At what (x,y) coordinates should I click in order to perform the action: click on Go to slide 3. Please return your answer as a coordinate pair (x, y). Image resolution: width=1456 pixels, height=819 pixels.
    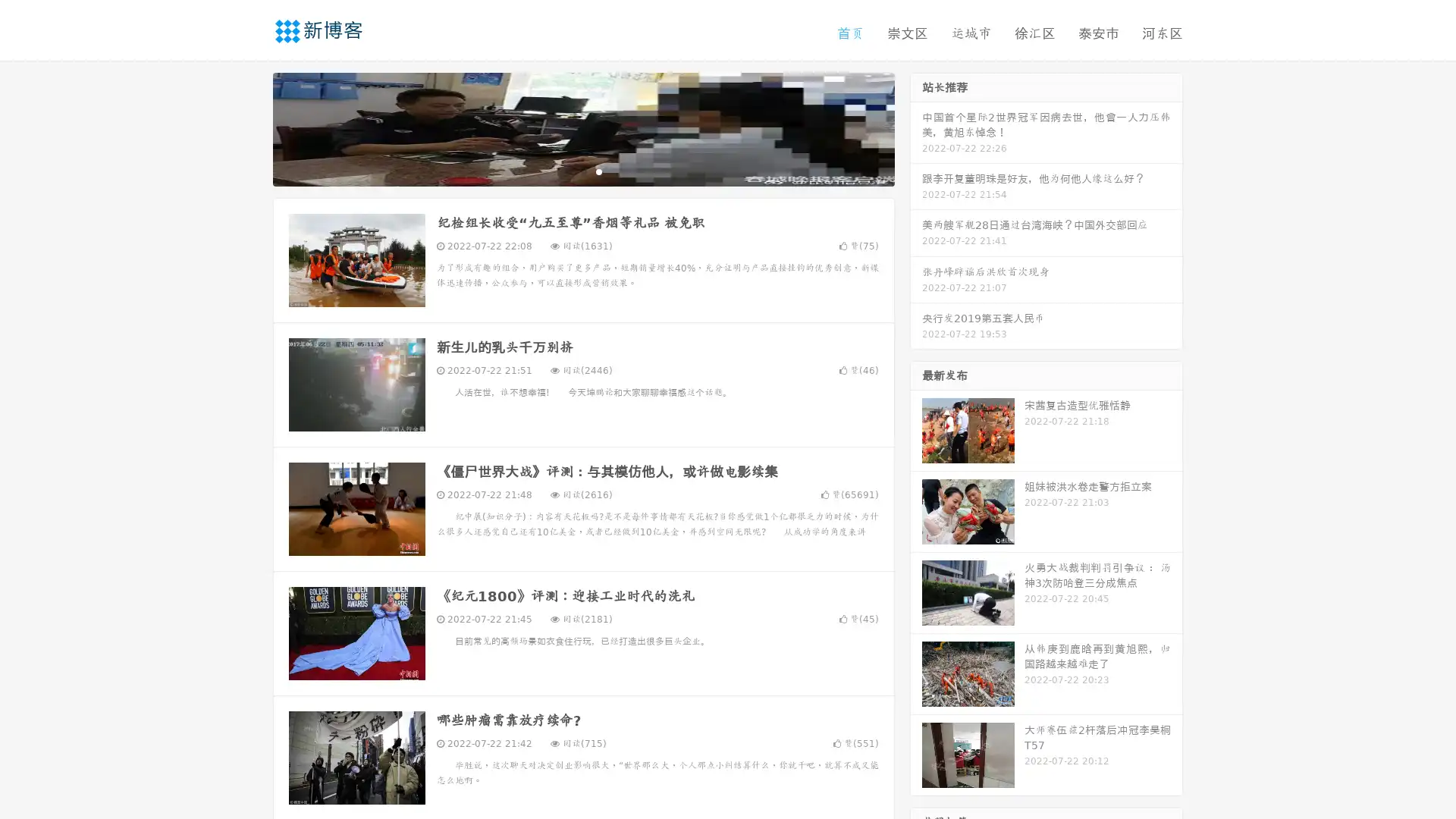
    Looking at the image, I should click on (598, 171).